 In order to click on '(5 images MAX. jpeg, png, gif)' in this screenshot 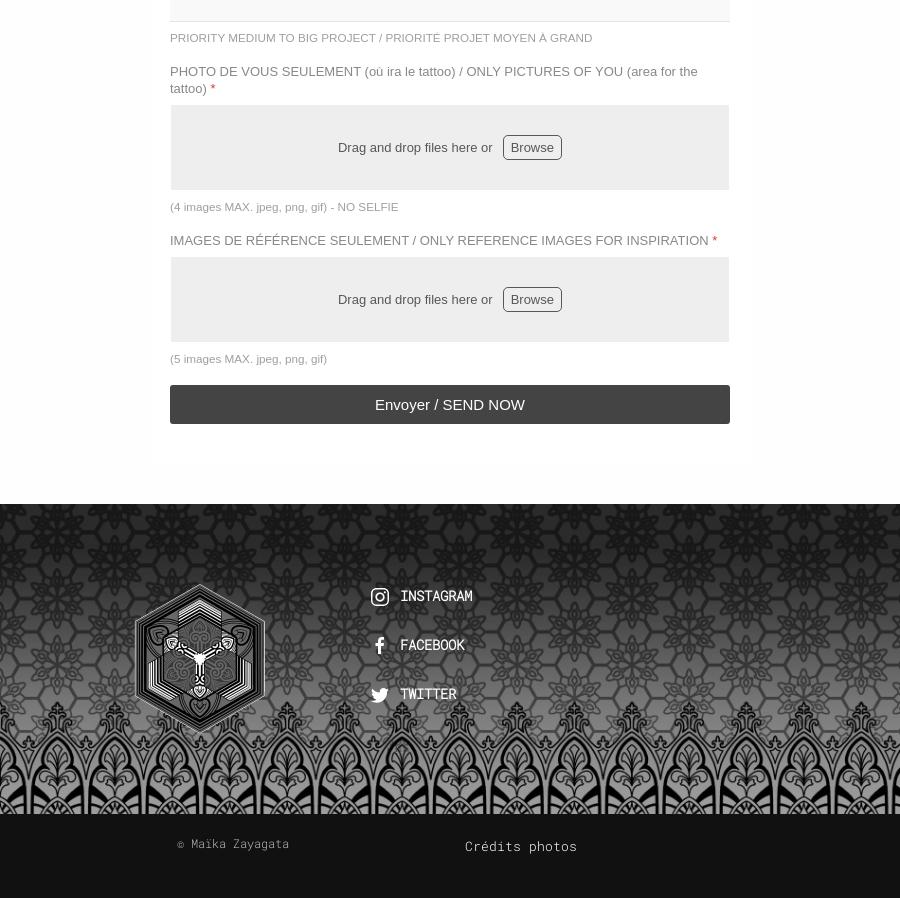, I will do `click(247, 357)`.